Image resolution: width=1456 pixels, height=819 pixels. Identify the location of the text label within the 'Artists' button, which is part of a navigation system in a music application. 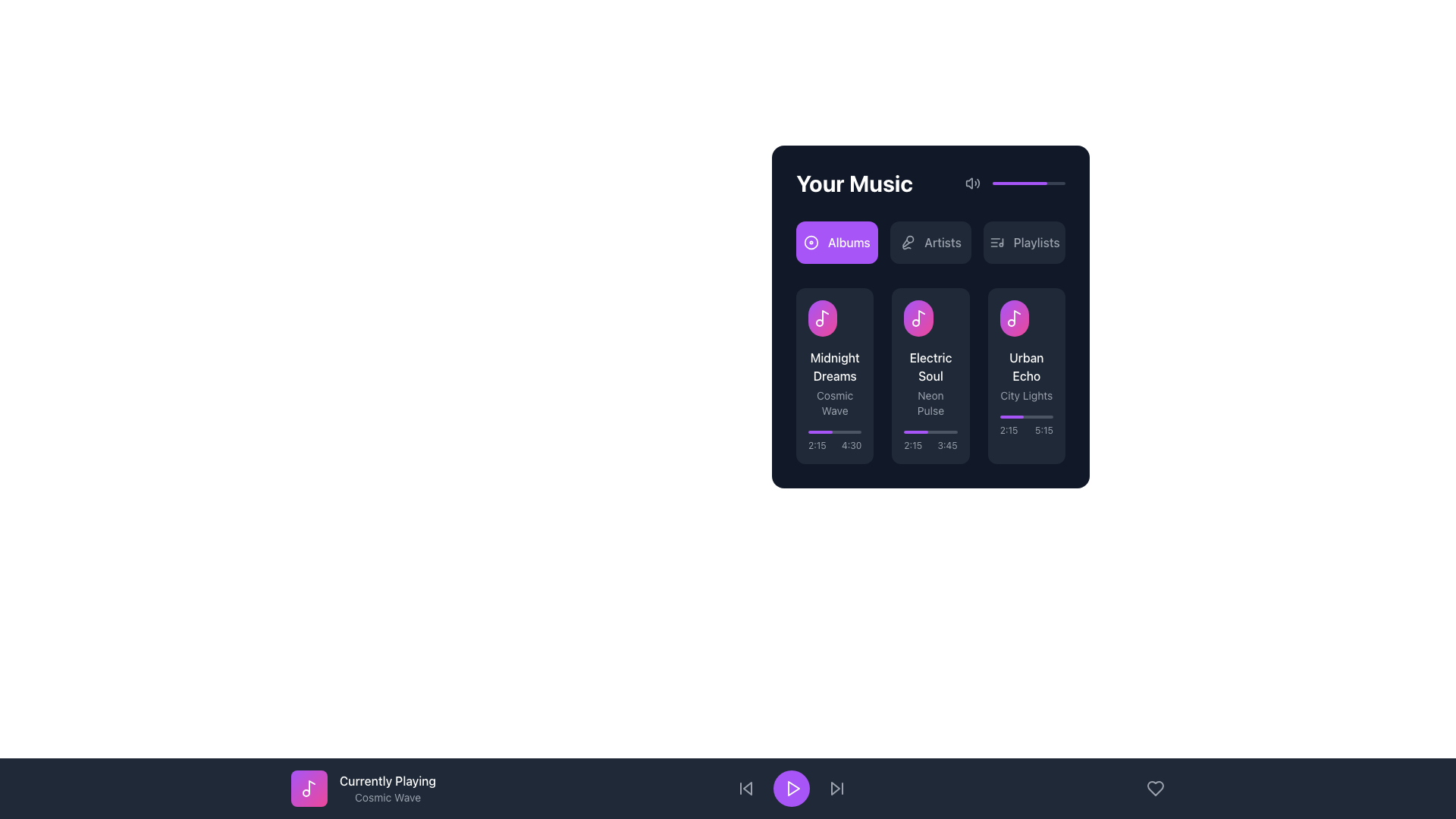
(942, 242).